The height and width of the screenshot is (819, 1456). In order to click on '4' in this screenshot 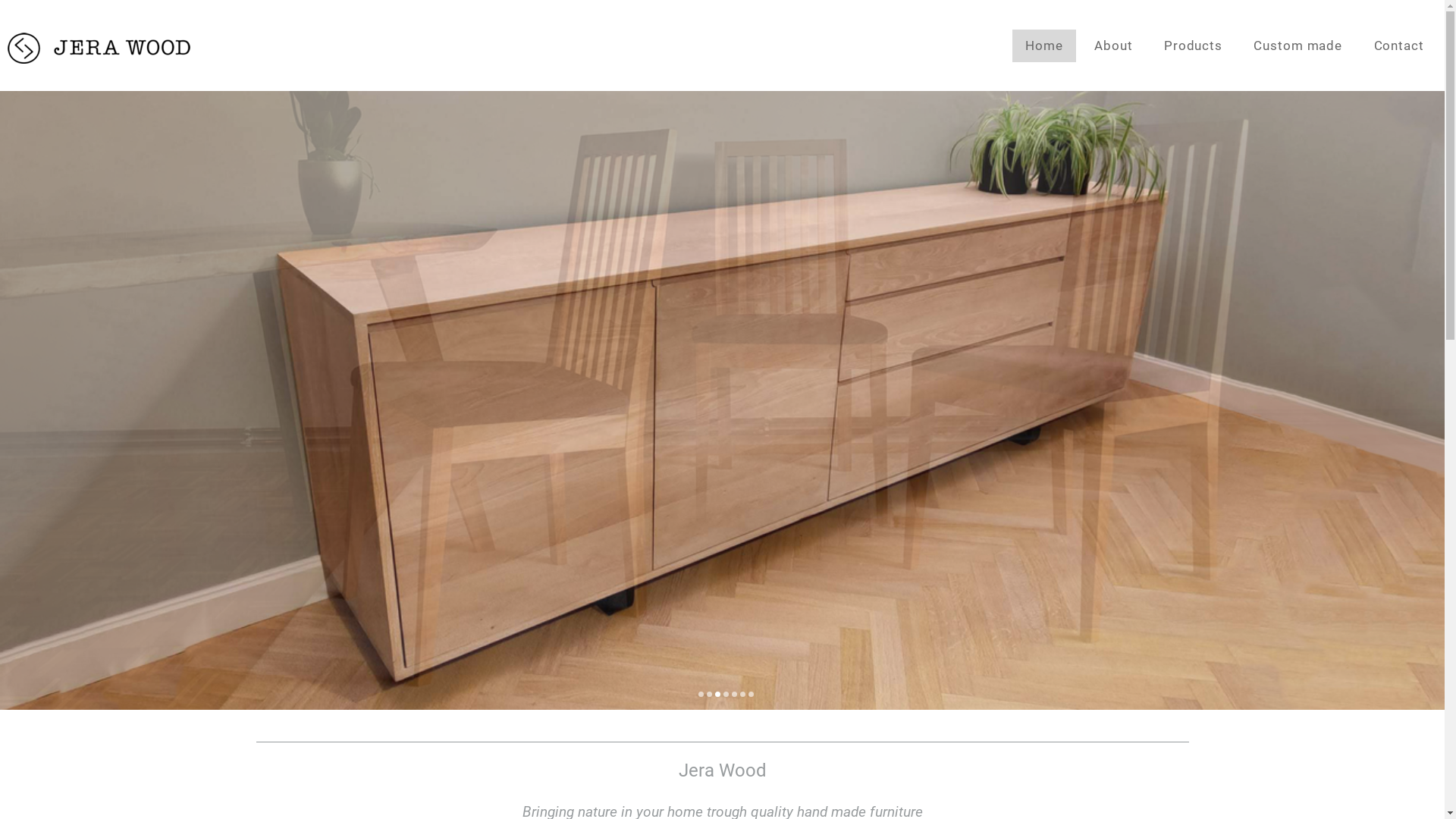, I will do `click(725, 695)`.